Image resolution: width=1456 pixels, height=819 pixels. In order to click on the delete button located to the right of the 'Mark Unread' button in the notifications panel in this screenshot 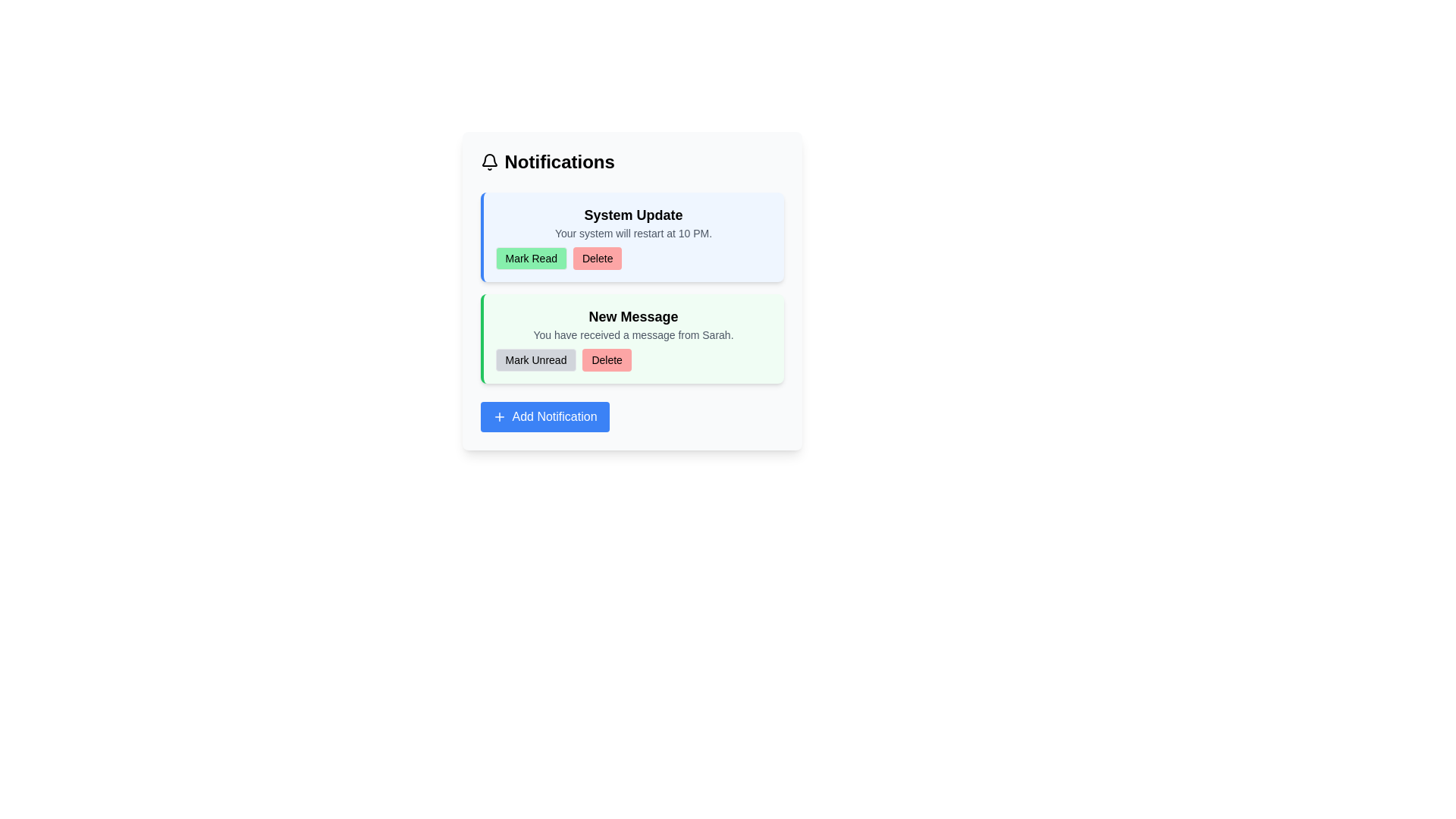, I will do `click(607, 359)`.